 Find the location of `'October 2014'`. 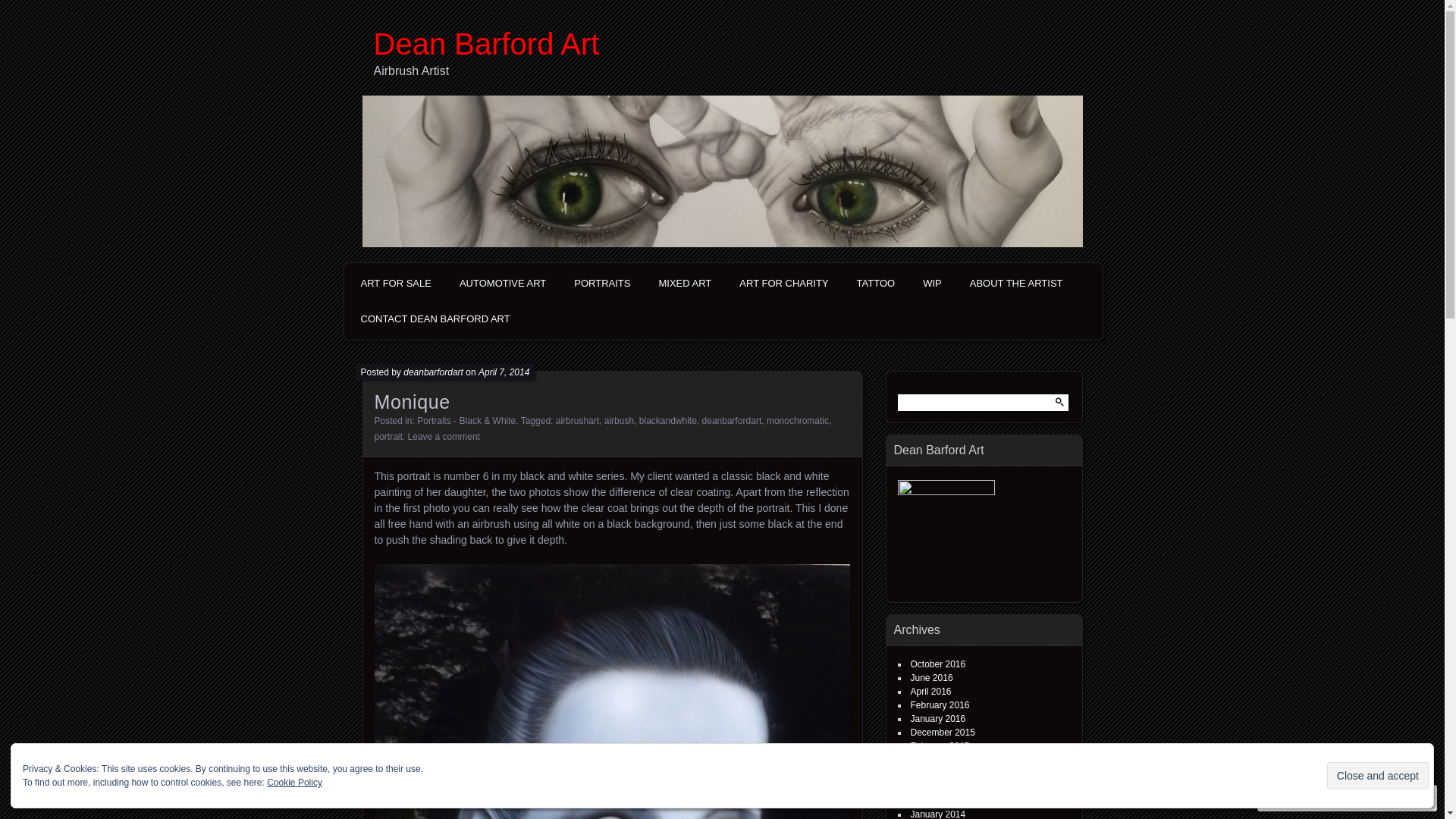

'October 2014' is located at coordinates (937, 760).